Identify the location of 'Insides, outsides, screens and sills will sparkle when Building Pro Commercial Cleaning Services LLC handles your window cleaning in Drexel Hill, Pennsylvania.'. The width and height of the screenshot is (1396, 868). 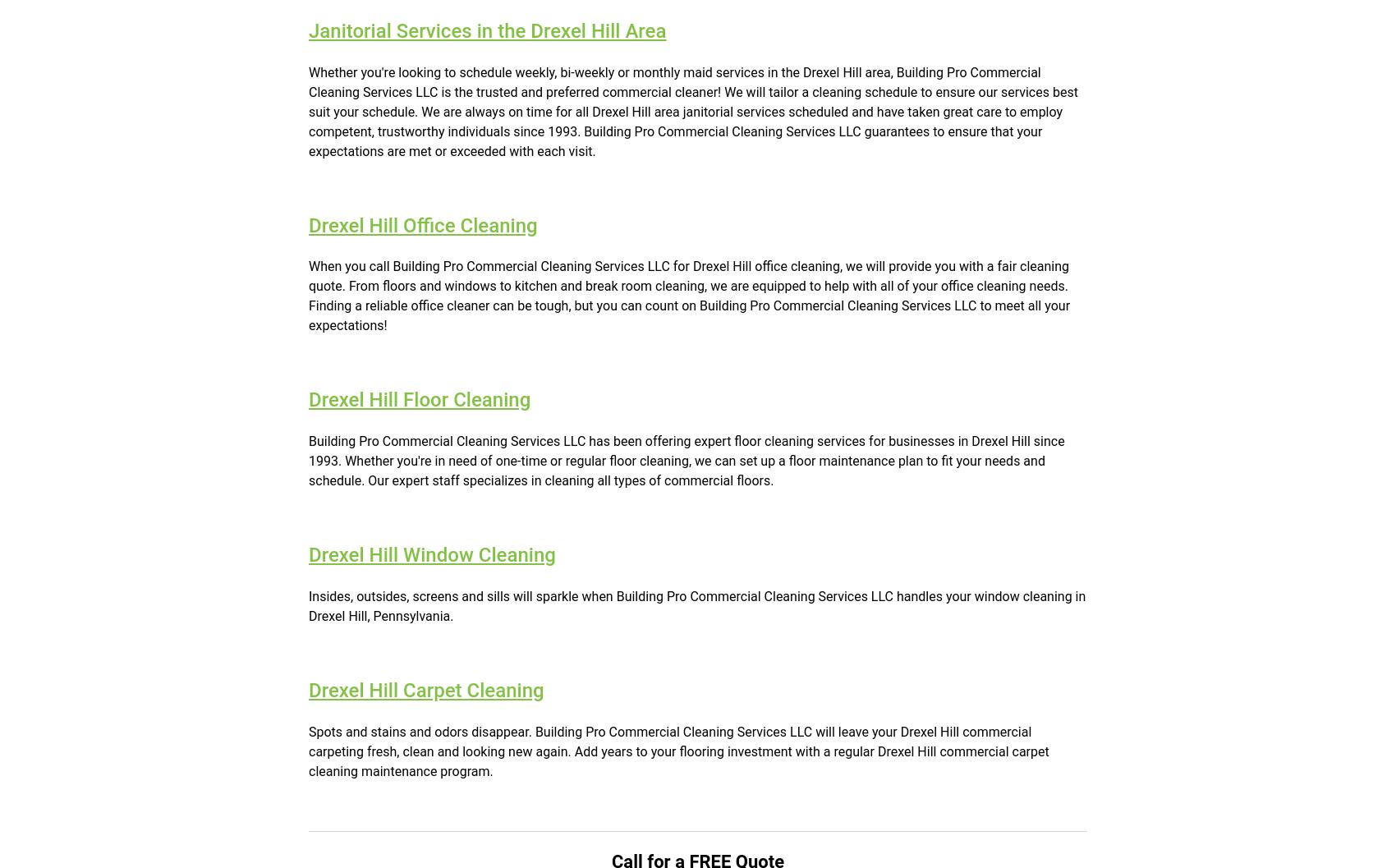
(308, 604).